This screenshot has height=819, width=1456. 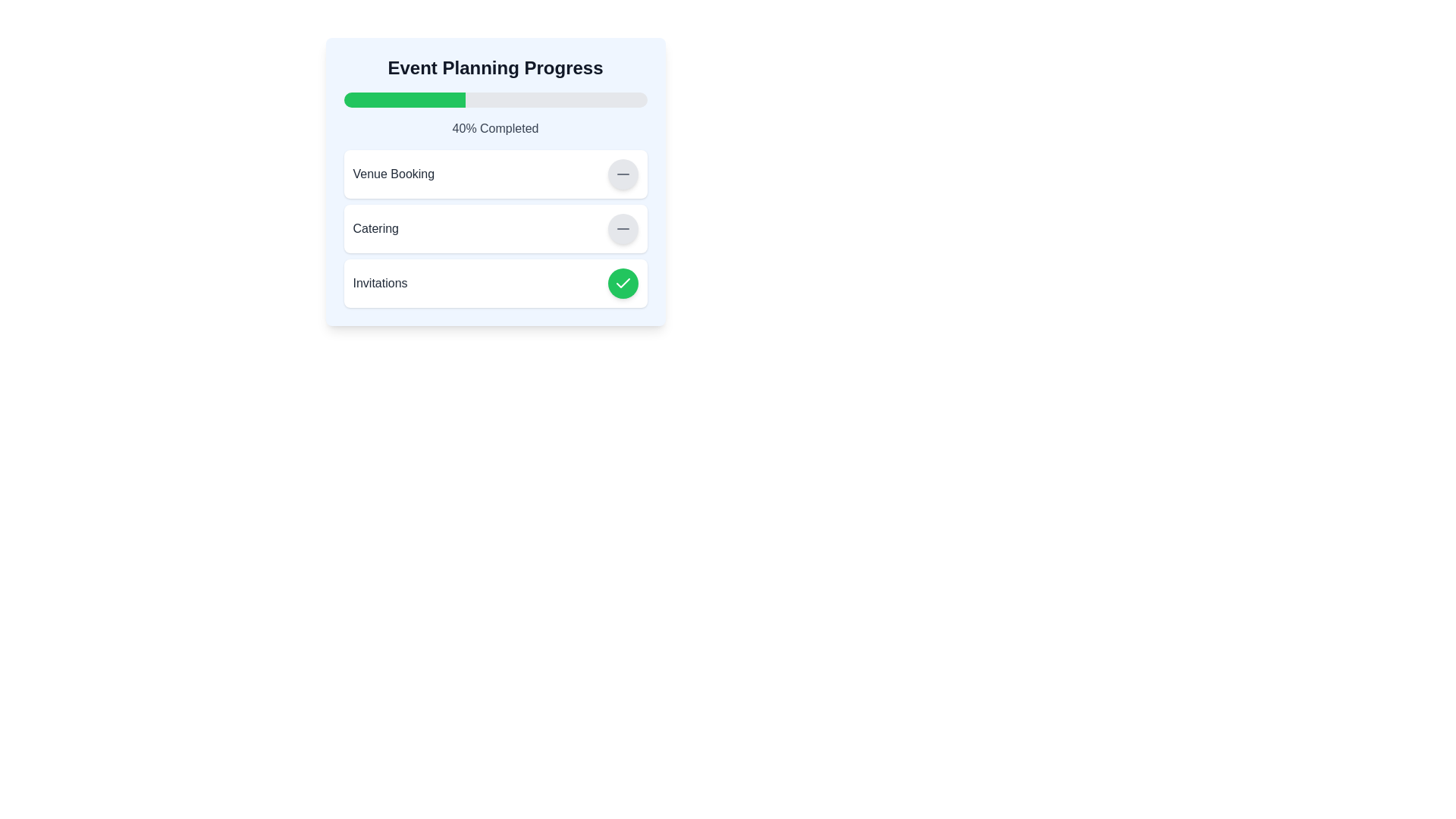 What do you see at coordinates (404, 99) in the screenshot?
I see `the left section of the 'Event Planning Progress' progress bar segment, which visually indicates 40% completion of a task` at bounding box center [404, 99].